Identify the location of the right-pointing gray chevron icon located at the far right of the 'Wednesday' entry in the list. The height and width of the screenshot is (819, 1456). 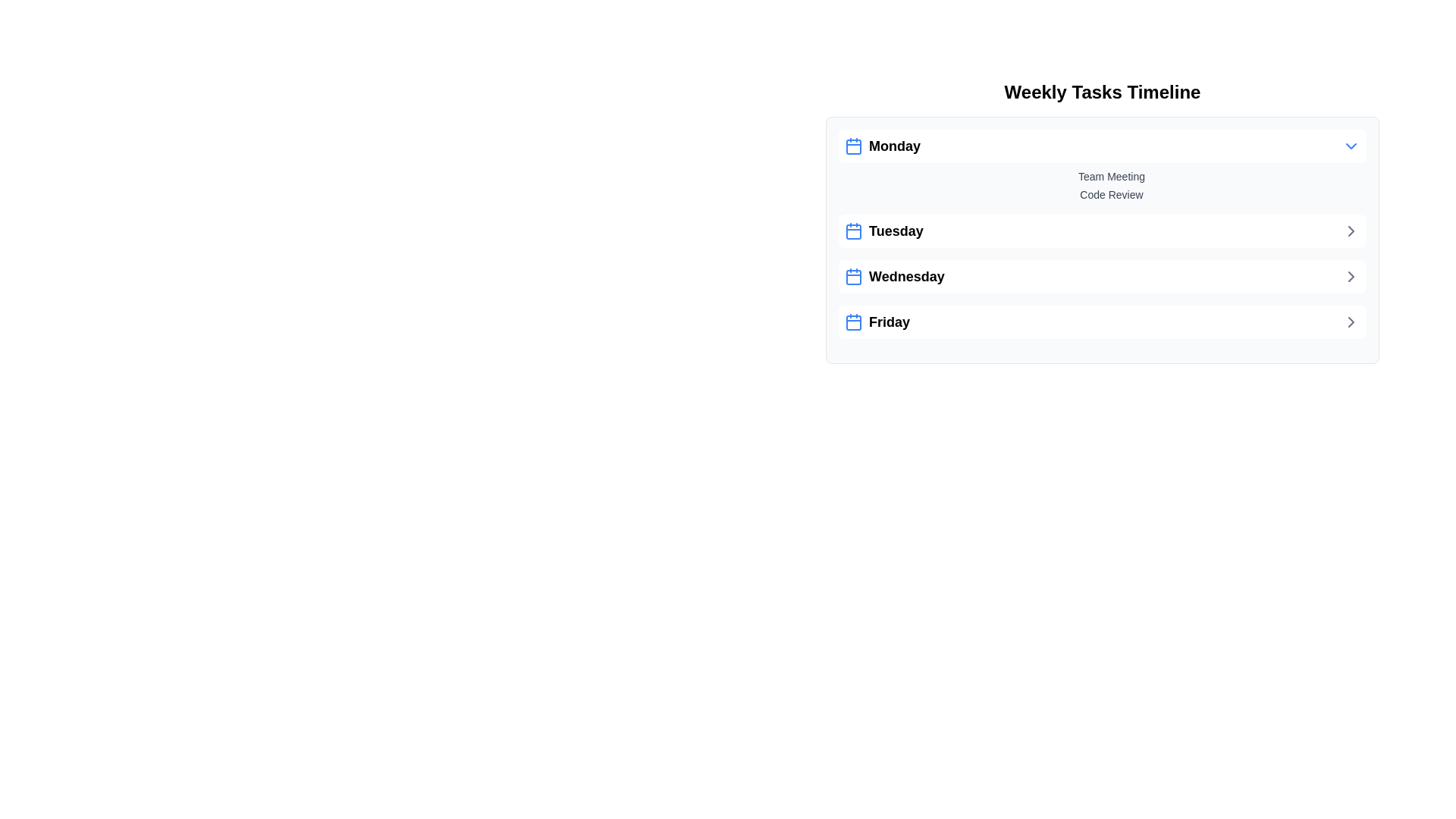
(1351, 277).